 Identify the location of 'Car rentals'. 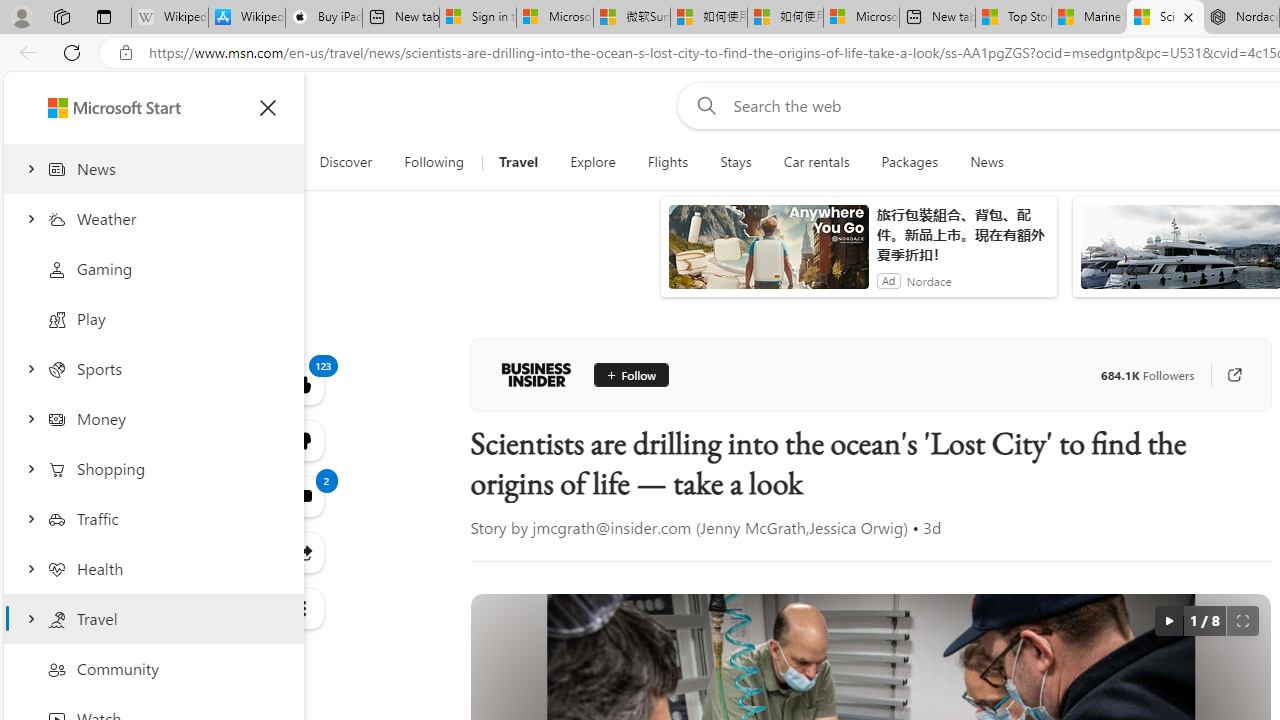
(816, 162).